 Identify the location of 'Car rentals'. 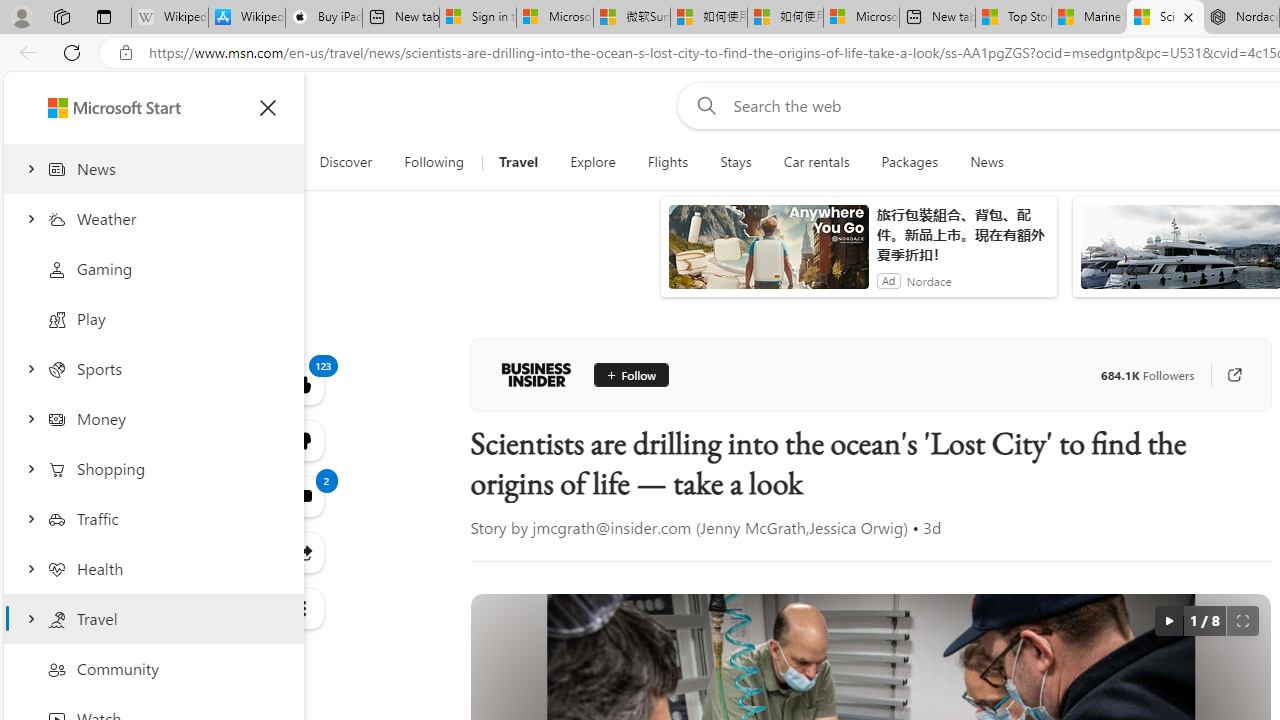
(816, 162).